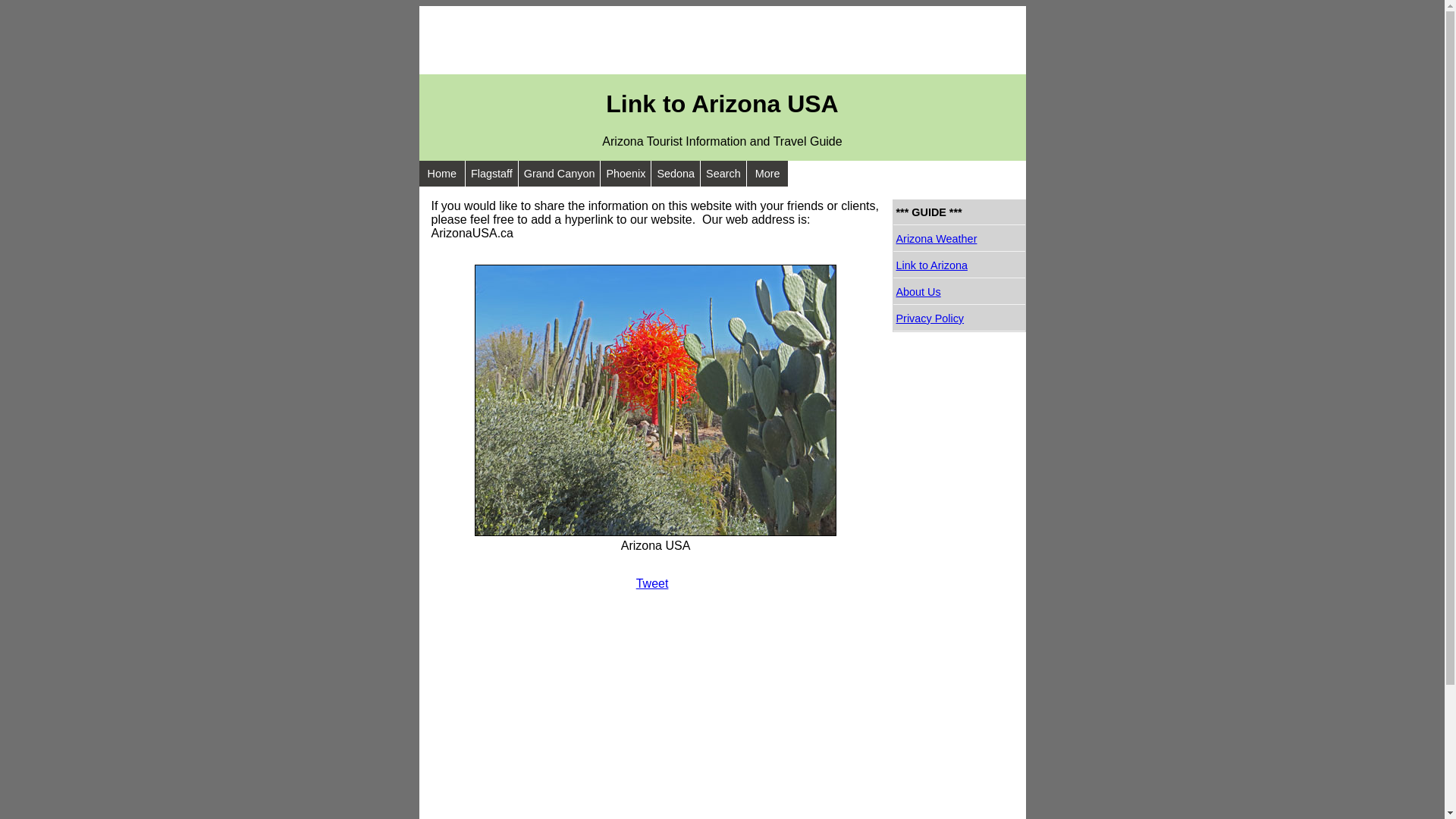  Describe the element at coordinates (419, 39) in the screenshot. I see `'Advertisement'` at that location.